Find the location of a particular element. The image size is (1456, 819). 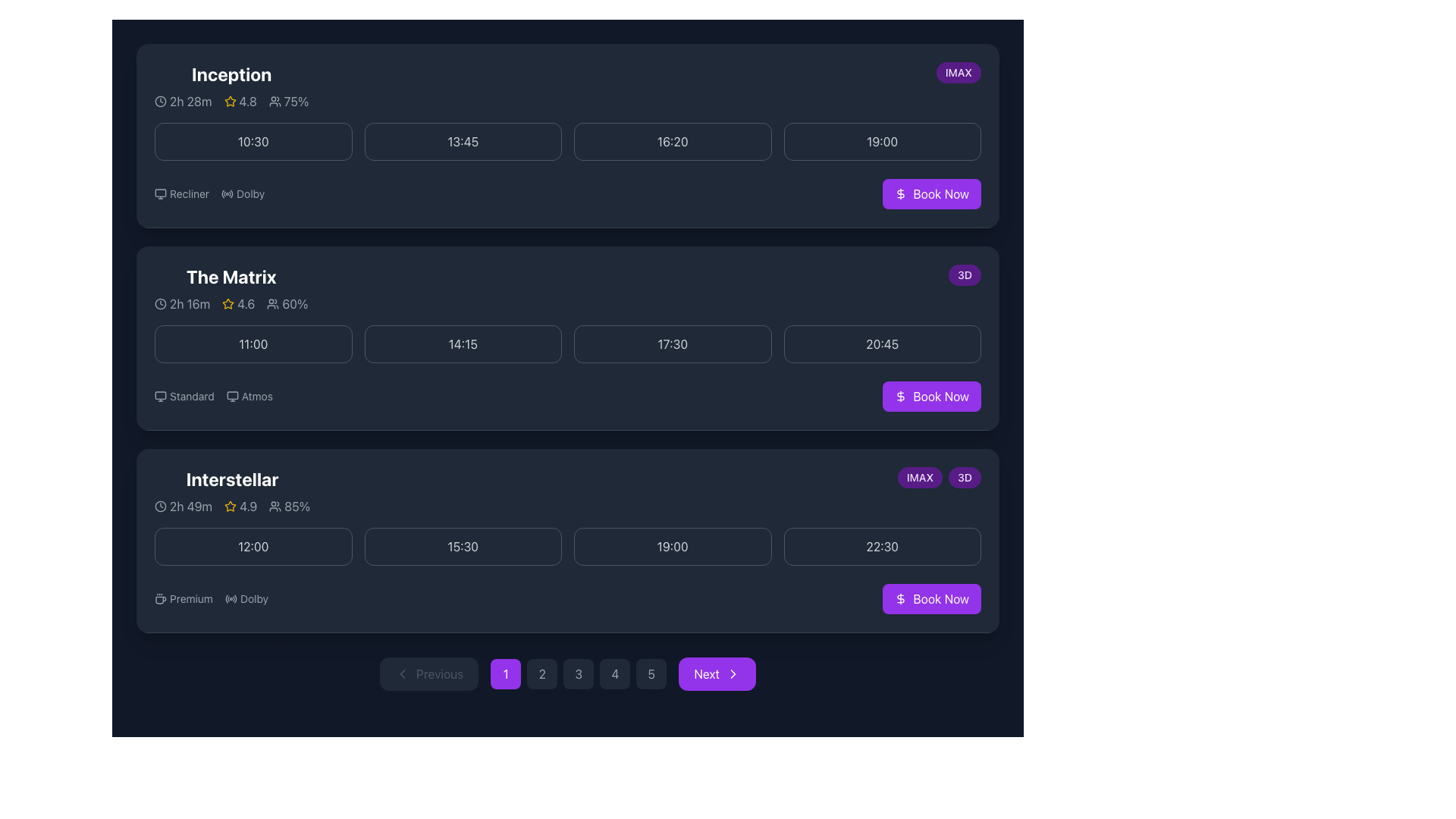

the purple button labeled 'Book Now' surrounding the dollar sign icon to book a ticket is located at coordinates (901, 598).